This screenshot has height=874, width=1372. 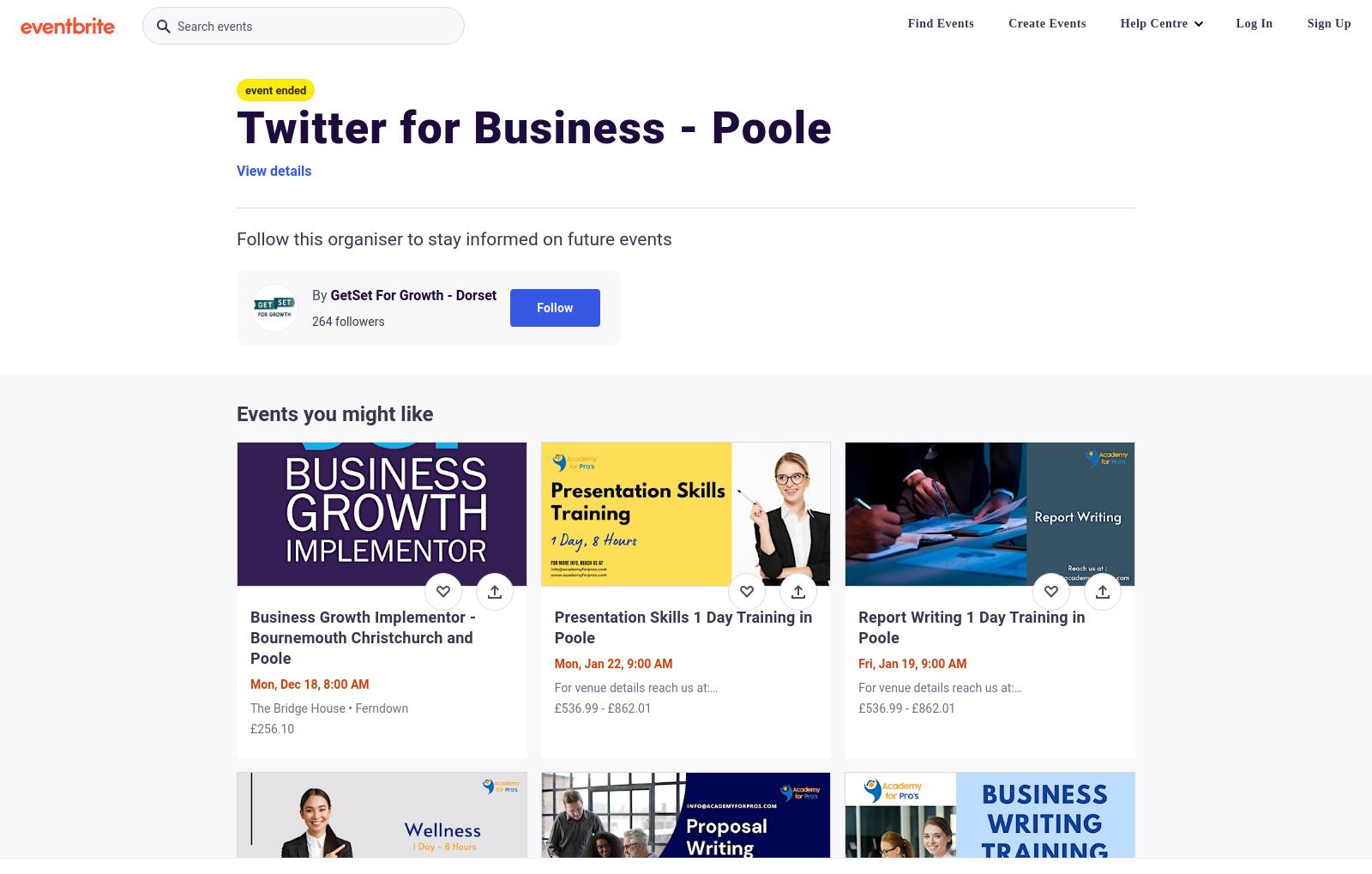 I want to click on '264', so click(x=322, y=320).